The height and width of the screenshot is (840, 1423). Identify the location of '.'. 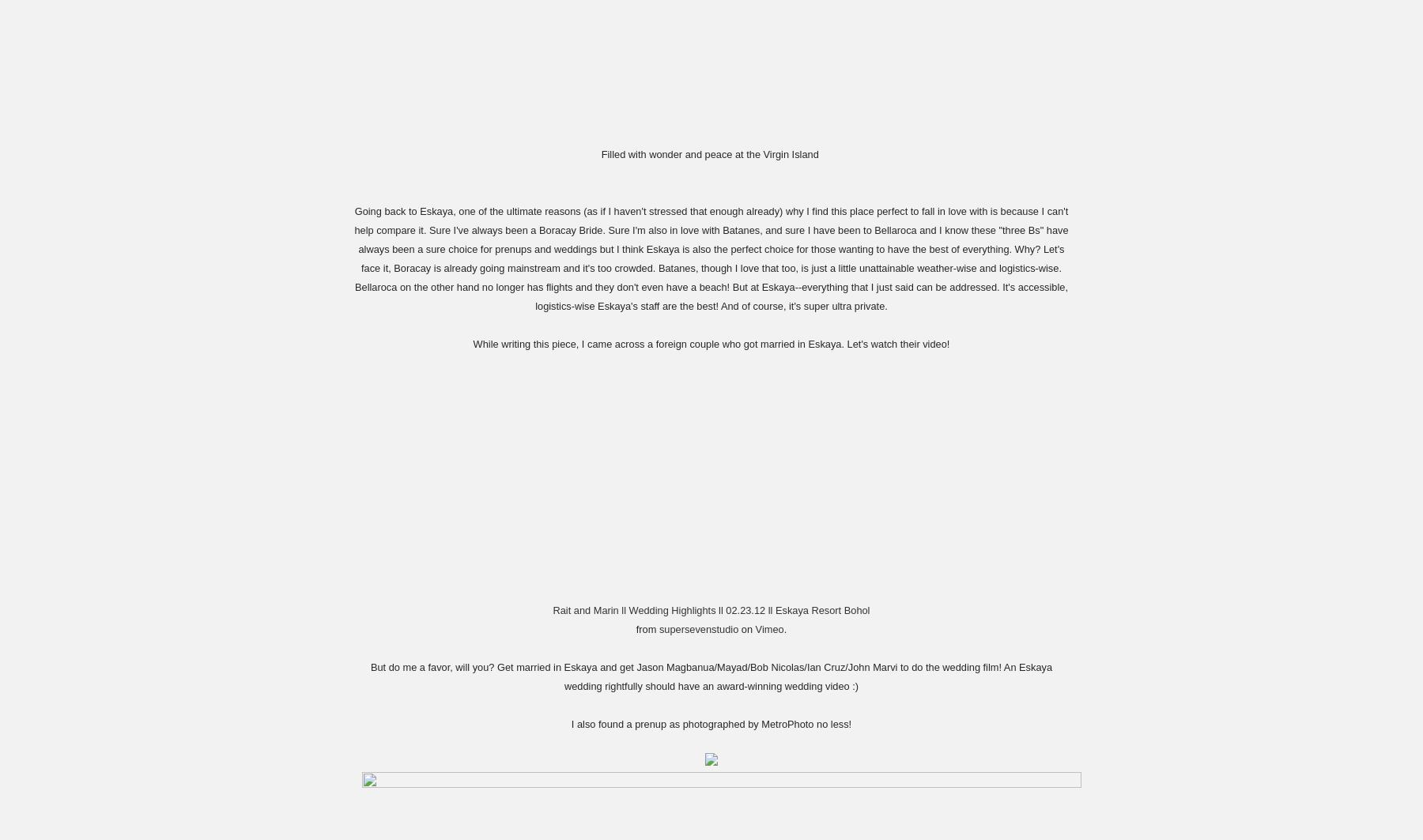
(784, 627).